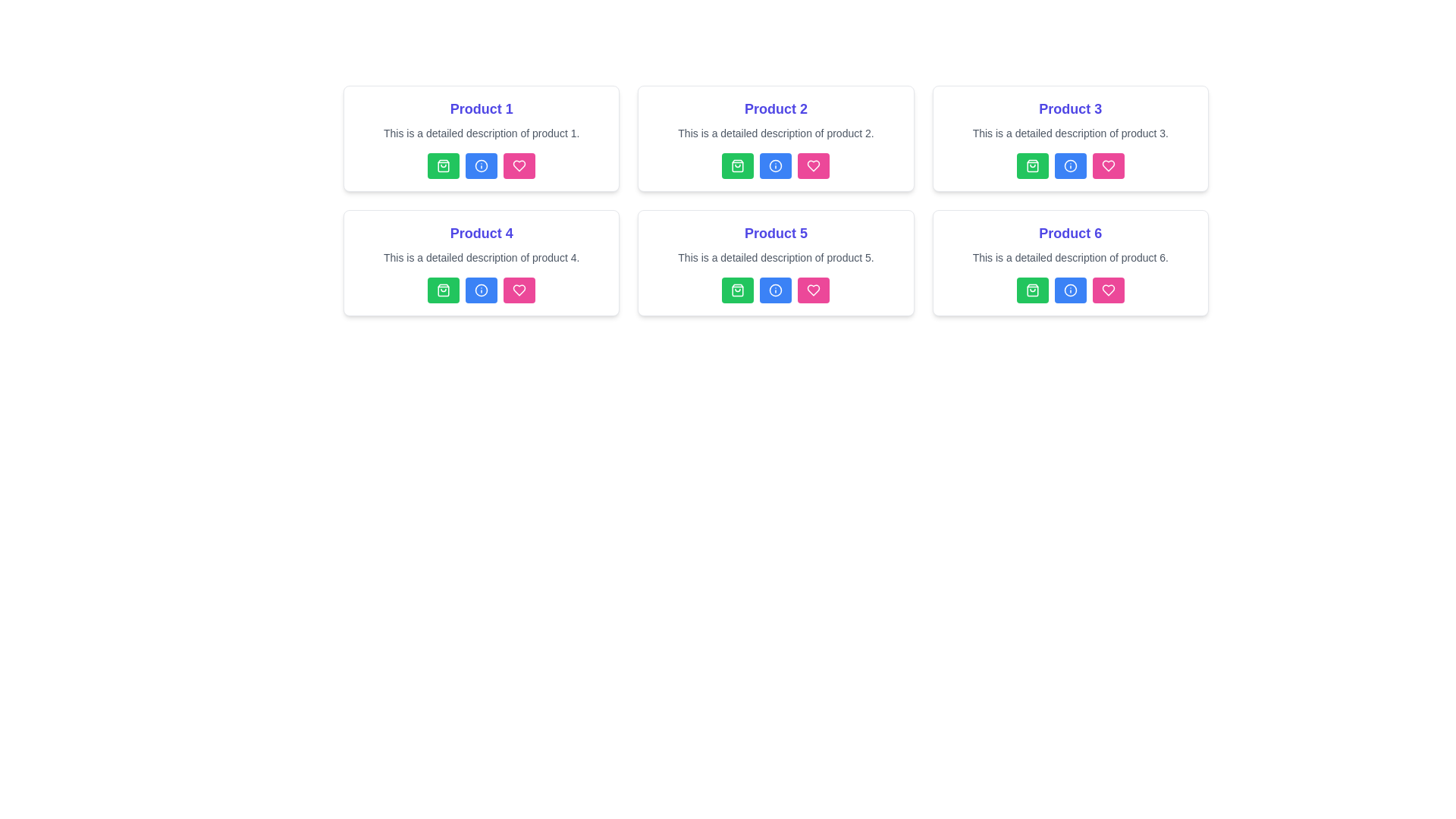 The width and height of the screenshot is (1456, 819). What do you see at coordinates (776, 166) in the screenshot?
I see `the informational button icon located in the second position from the left in the row of buttons under the 'Product 2' section to prompt an action or display information` at bounding box center [776, 166].